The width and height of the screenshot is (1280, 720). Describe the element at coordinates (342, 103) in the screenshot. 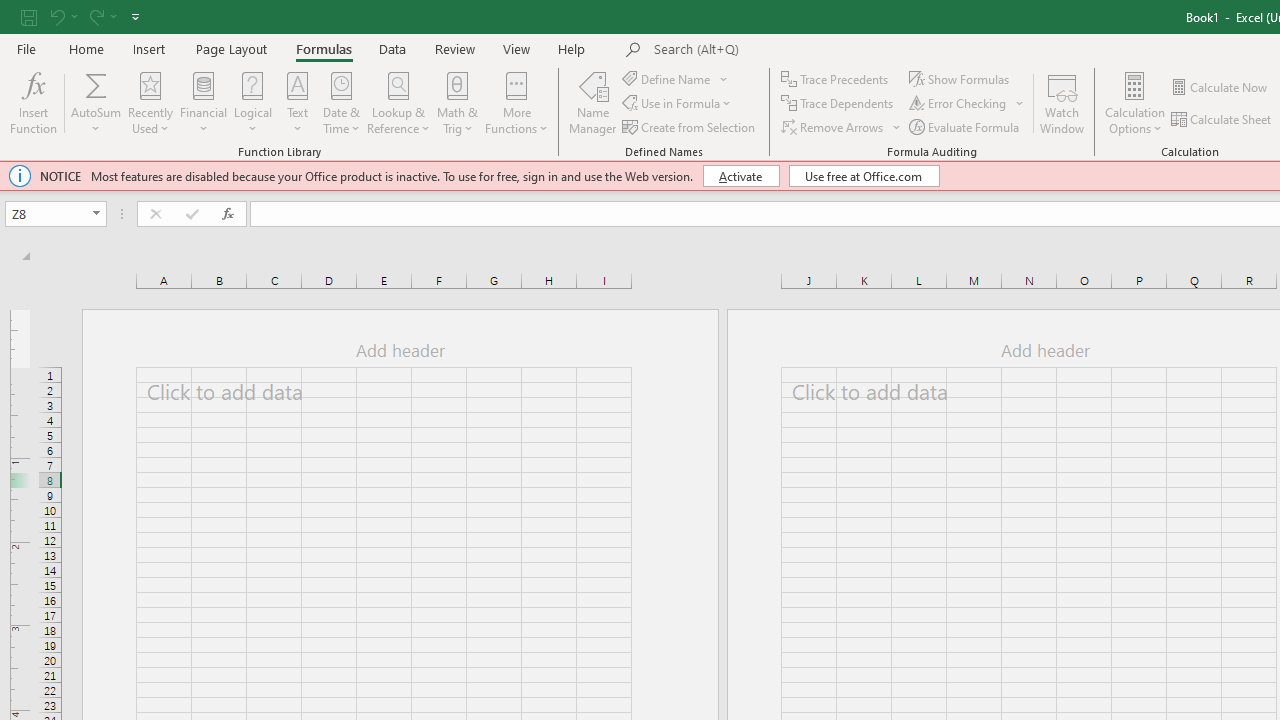

I see `'Date & Time'` at that location.